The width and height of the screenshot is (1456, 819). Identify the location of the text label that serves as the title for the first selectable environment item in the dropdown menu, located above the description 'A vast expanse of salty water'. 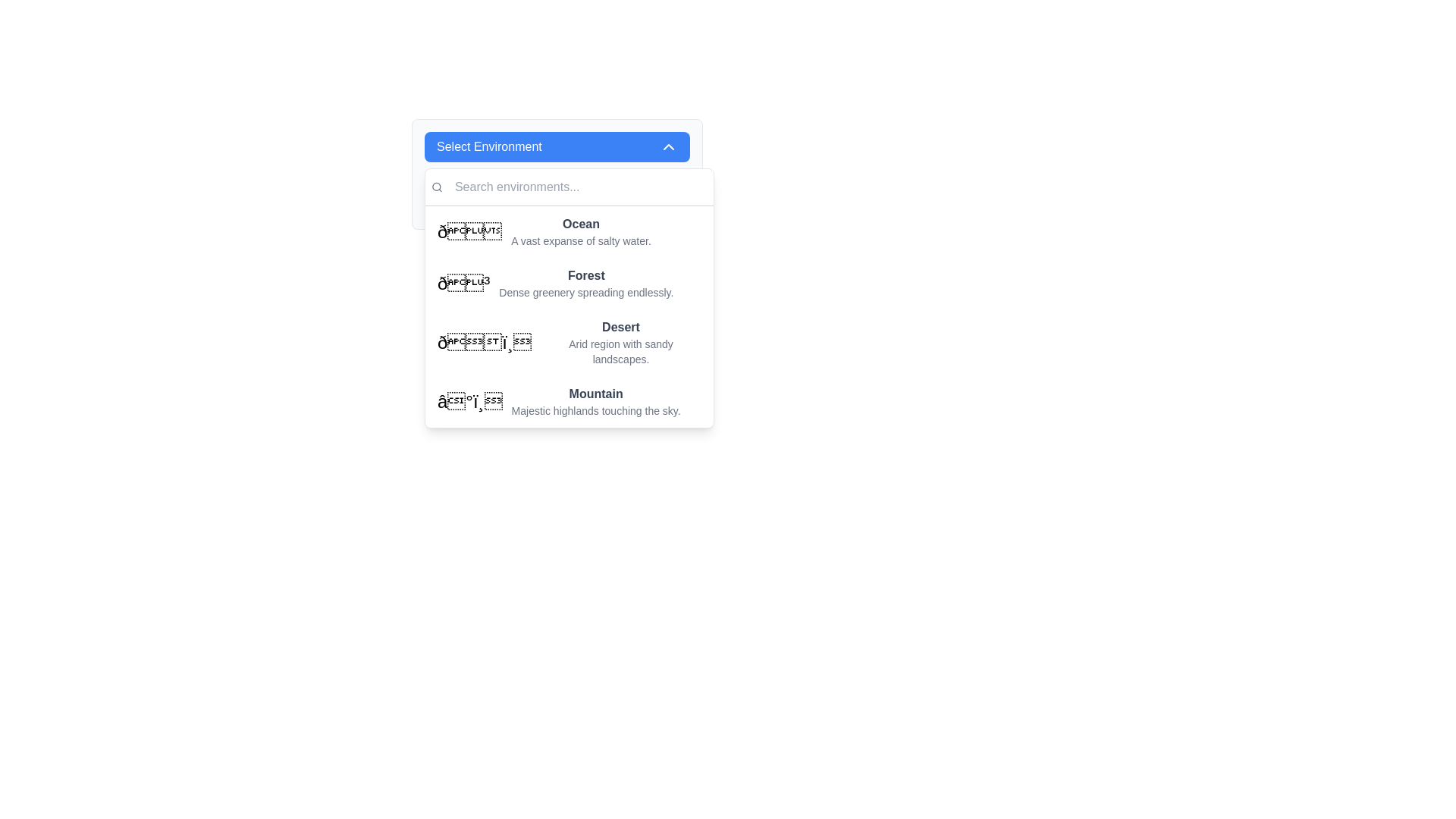
(580, 224).